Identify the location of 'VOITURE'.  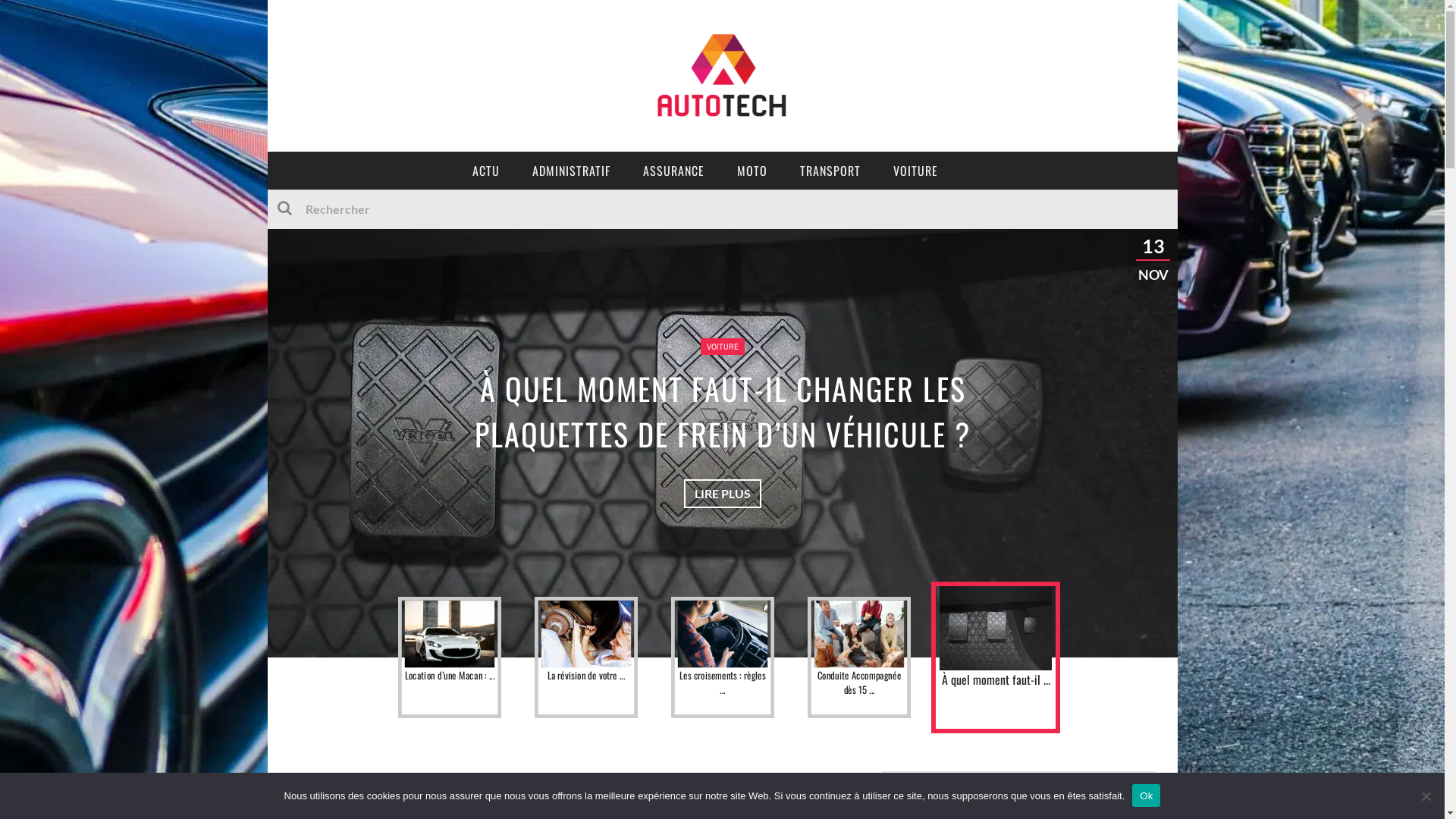
(722, 346).